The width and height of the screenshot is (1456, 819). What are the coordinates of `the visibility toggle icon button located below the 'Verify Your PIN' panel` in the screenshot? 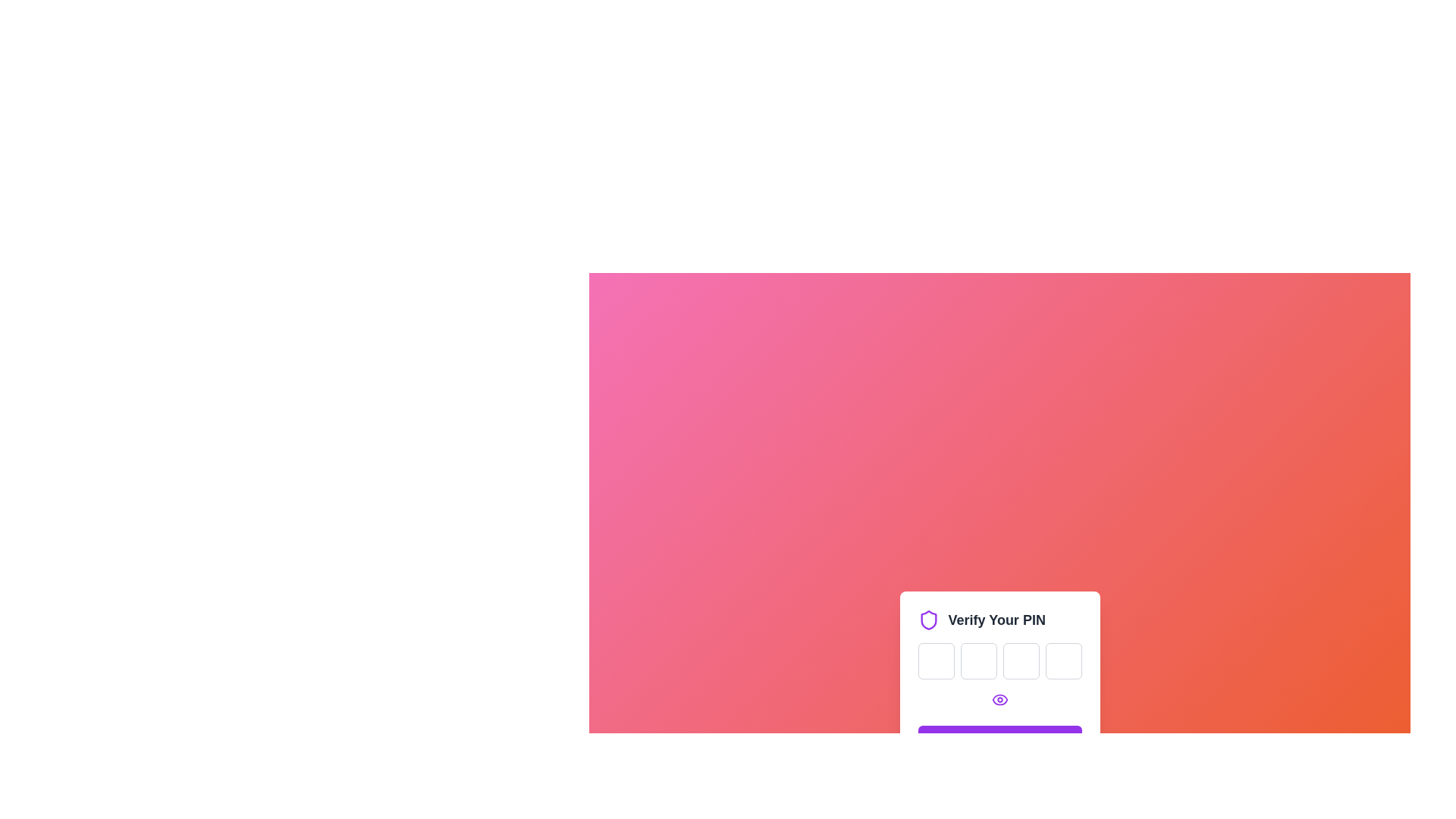 It's located at (999, 699).